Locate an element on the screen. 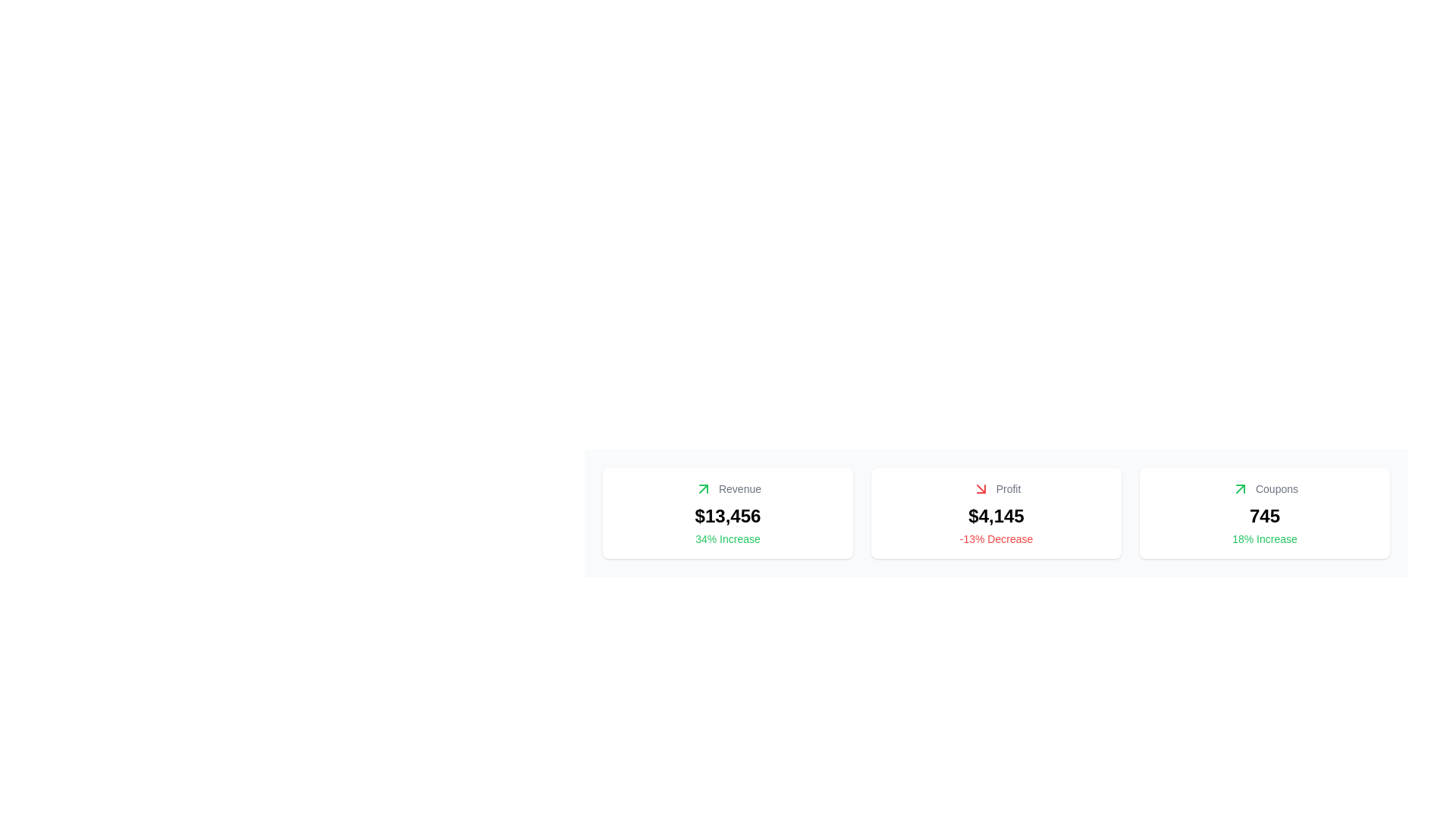  the 'Profit' label, which is a small gray text label indicating a downward trend, positioned to the right of a red arrow icon, located within the second card from the left is located at coordinates (1008, 488).